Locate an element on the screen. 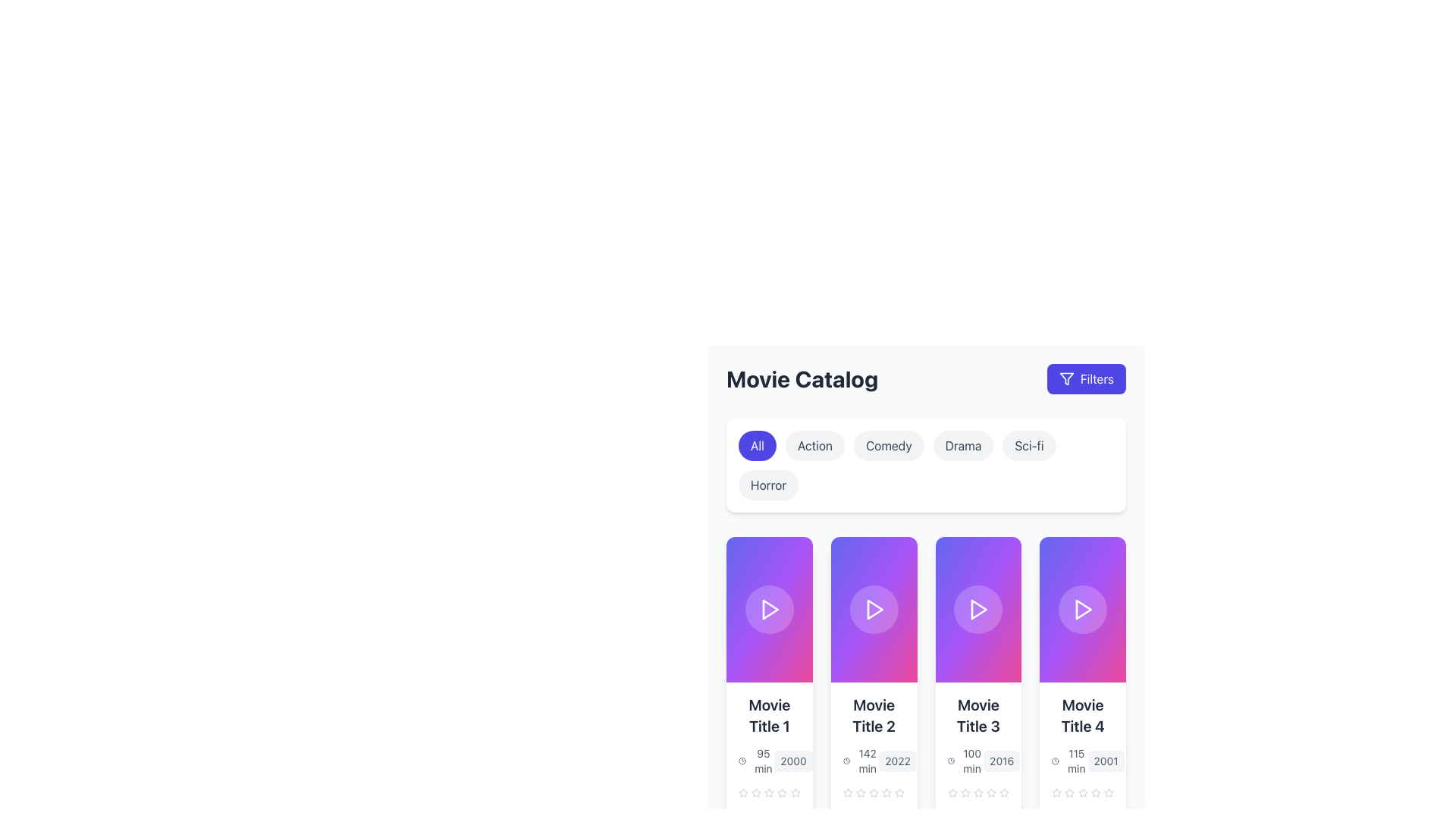 This screenshot has height=819, width=1456. the play icon on the visual banner representing the movie 'Movie Title 1' is located at coordinates (769, 608).